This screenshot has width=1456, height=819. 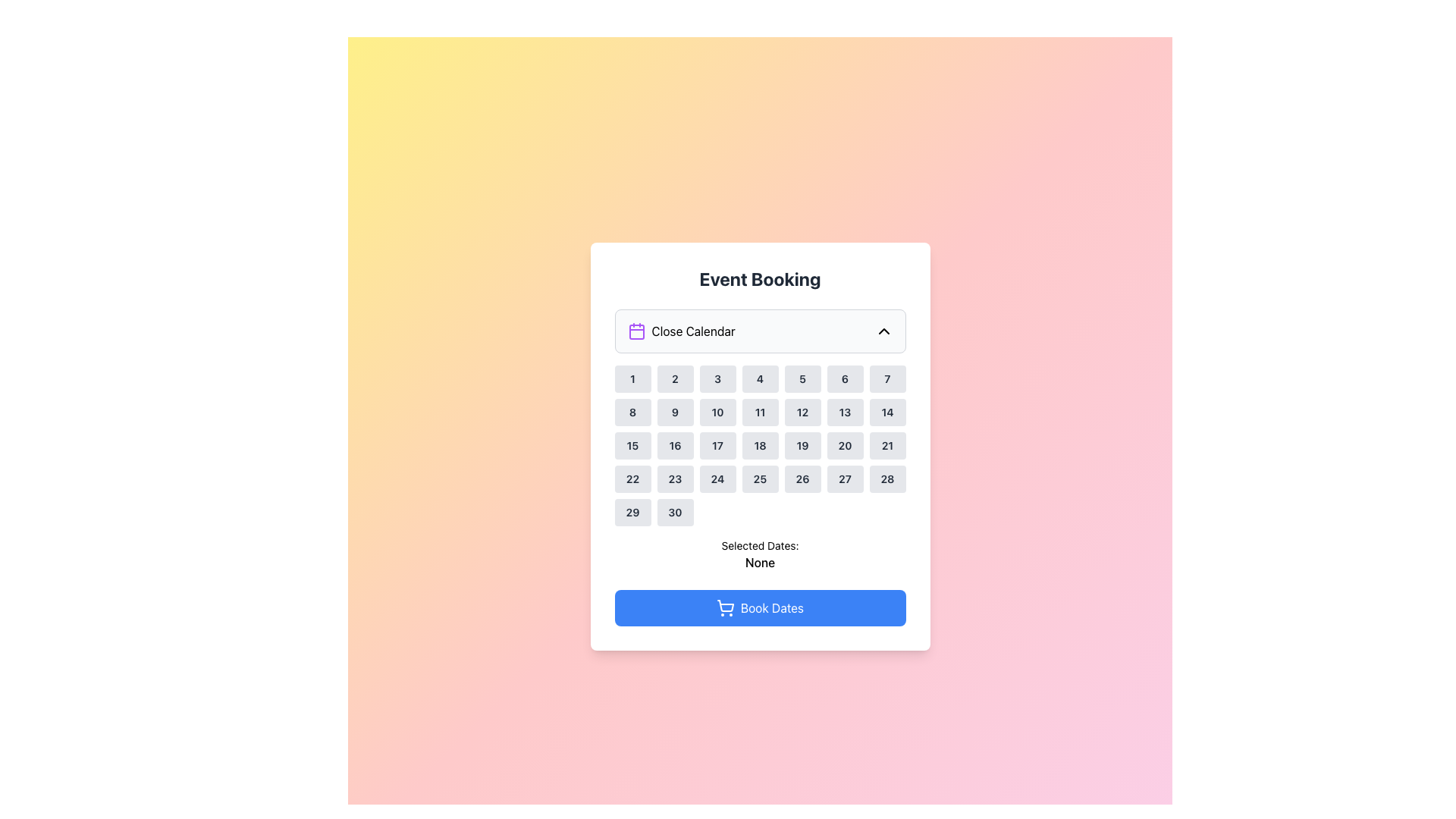 What do you see at coordinates (674, 444) in the screenshot?
I see `the button labeled '16' in the calendar interface` at bounding box center [674, 444].